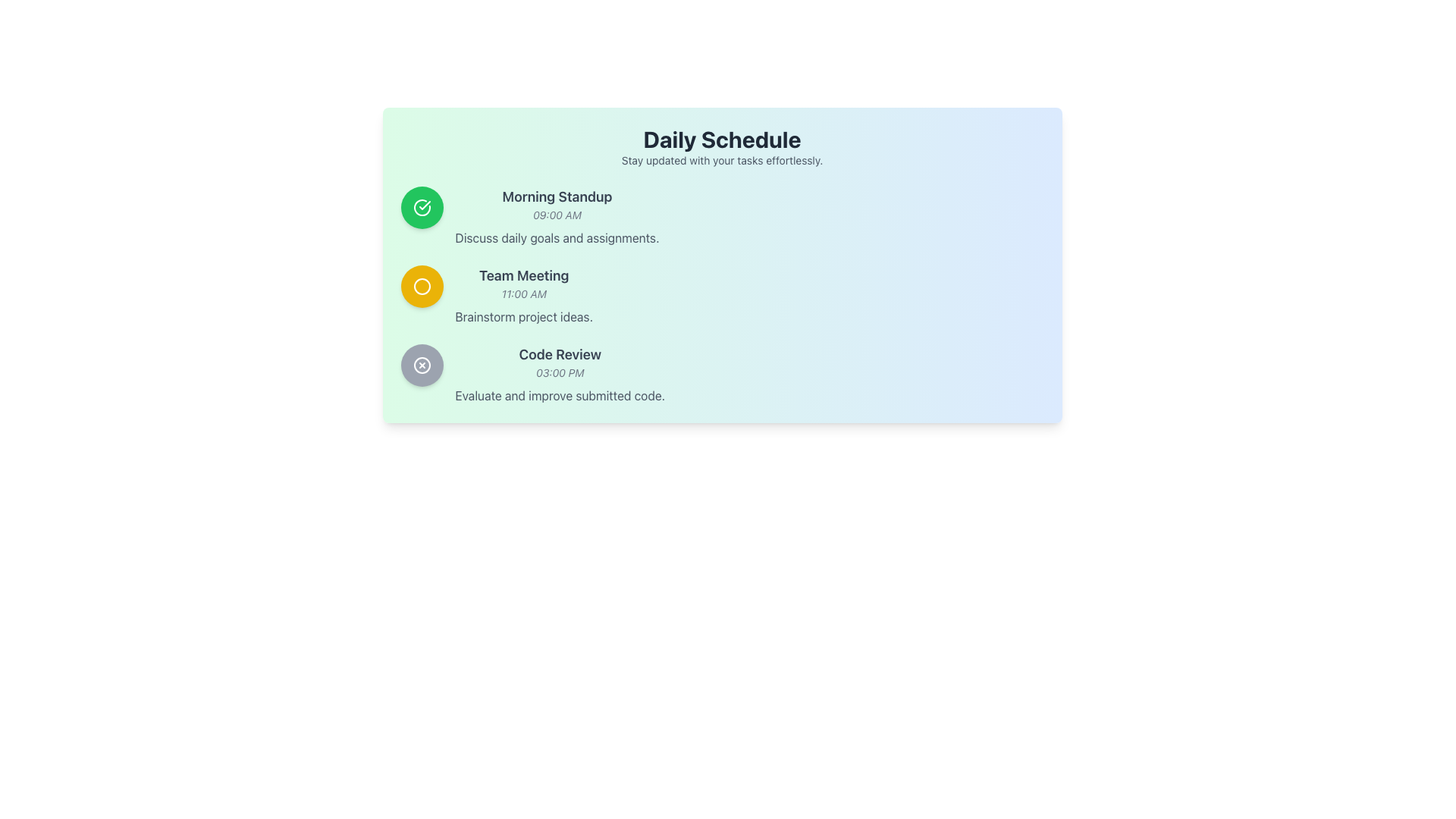 The image size is (1456, 819). What do you see at coordinates (721, 146) in the screenshot?
I see `information presented in the header titled 'Daily Schedule' and the subtitle 'Stay updated with your tasks effortlessly.' which is located at the top section of the interface with a gradient background` at bounding box center [721, 146].